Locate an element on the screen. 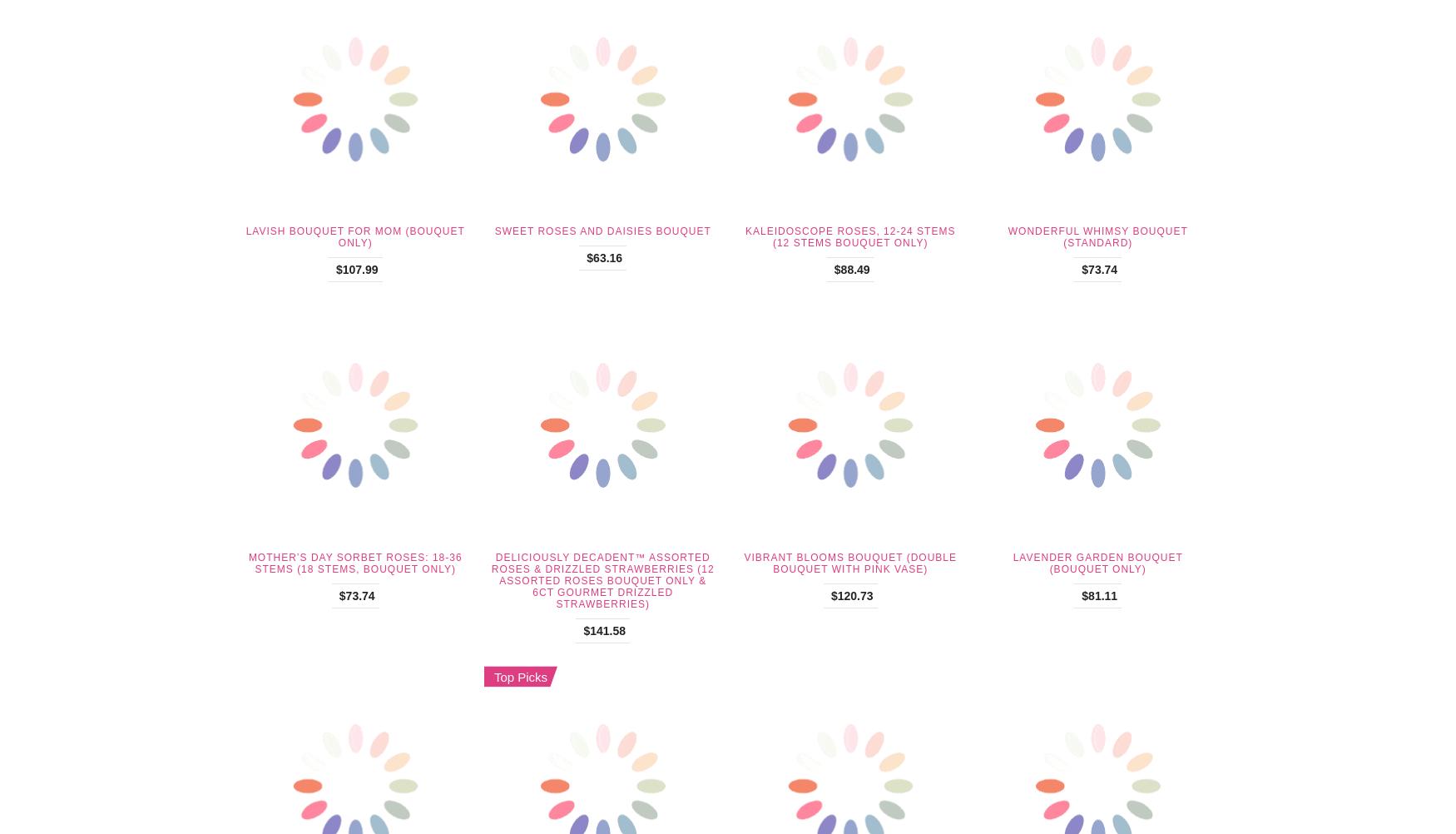  '$63.16' is located at coordinates (604, 257).